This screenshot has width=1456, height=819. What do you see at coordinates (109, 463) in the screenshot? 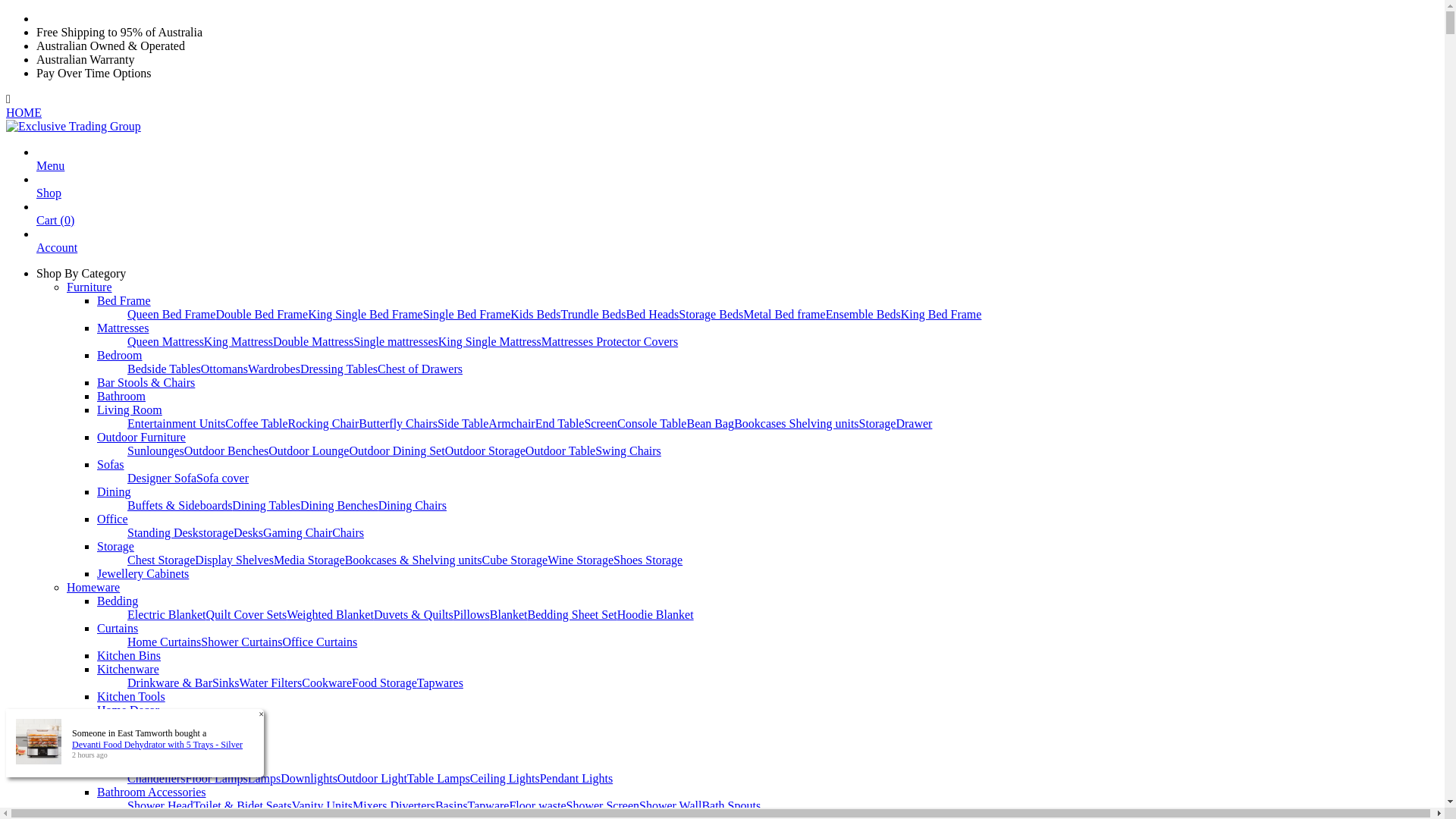
I see `'Sofas'` at bounding box center [109, 463].